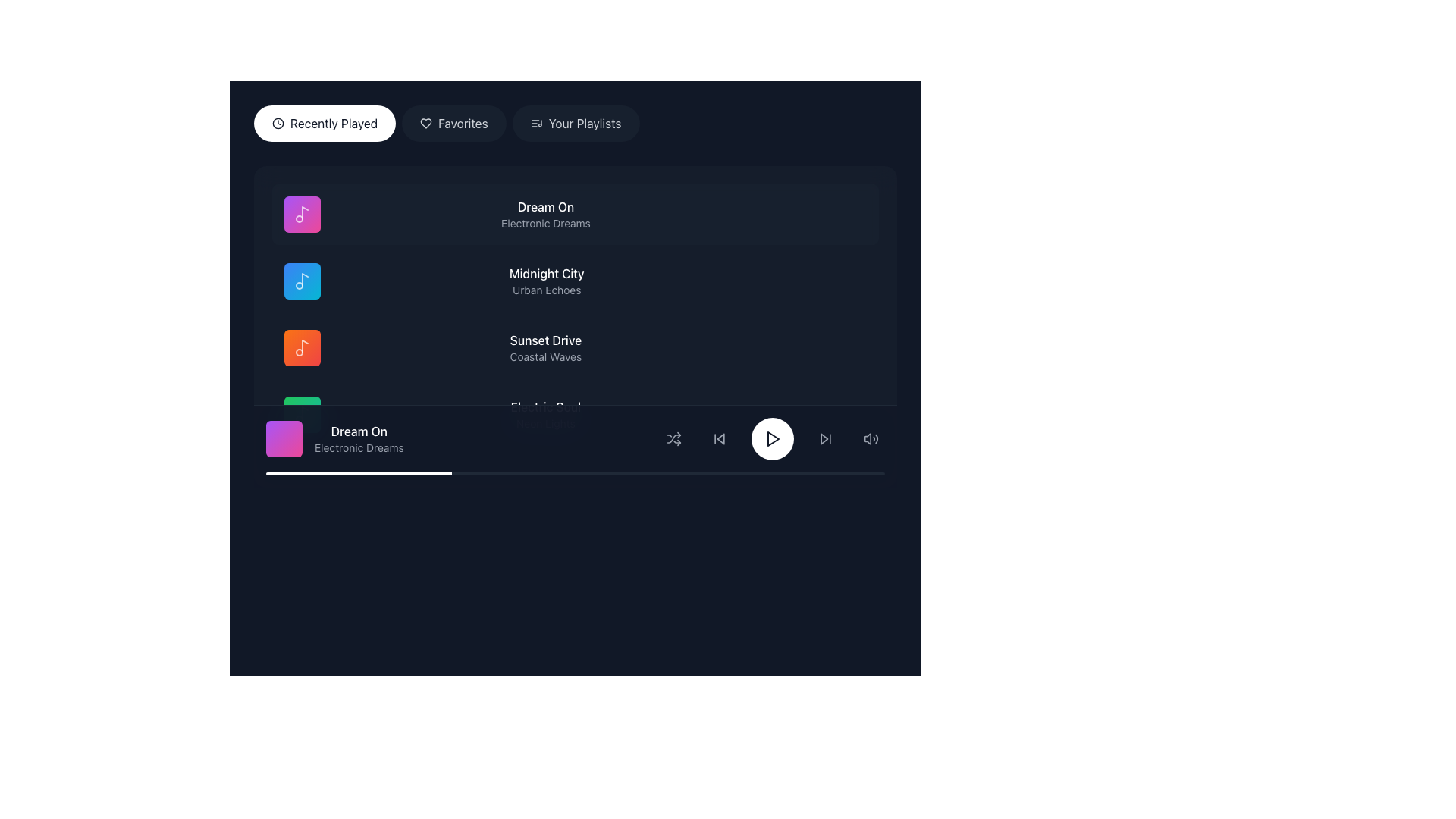 The image size is (1456, 819). What do you see at coordinates (546, 348) in the screenshot?
I see `the third item in the playlist that displays the title and subtitle for selection` at bounding box center [546, 348].